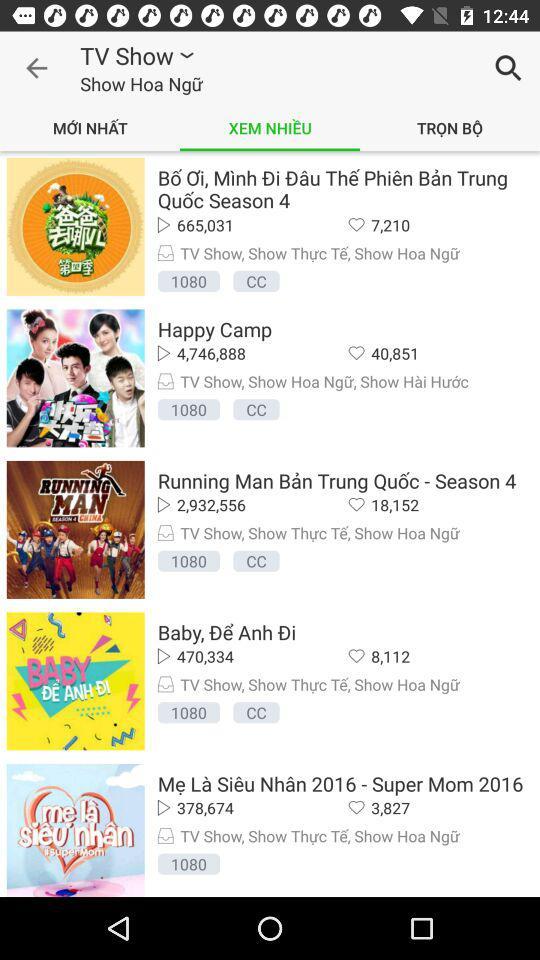 Image resolution: width=540 pixels, height=960 pixels. I want to click on item next to the tv show icon, so click(36, 68).